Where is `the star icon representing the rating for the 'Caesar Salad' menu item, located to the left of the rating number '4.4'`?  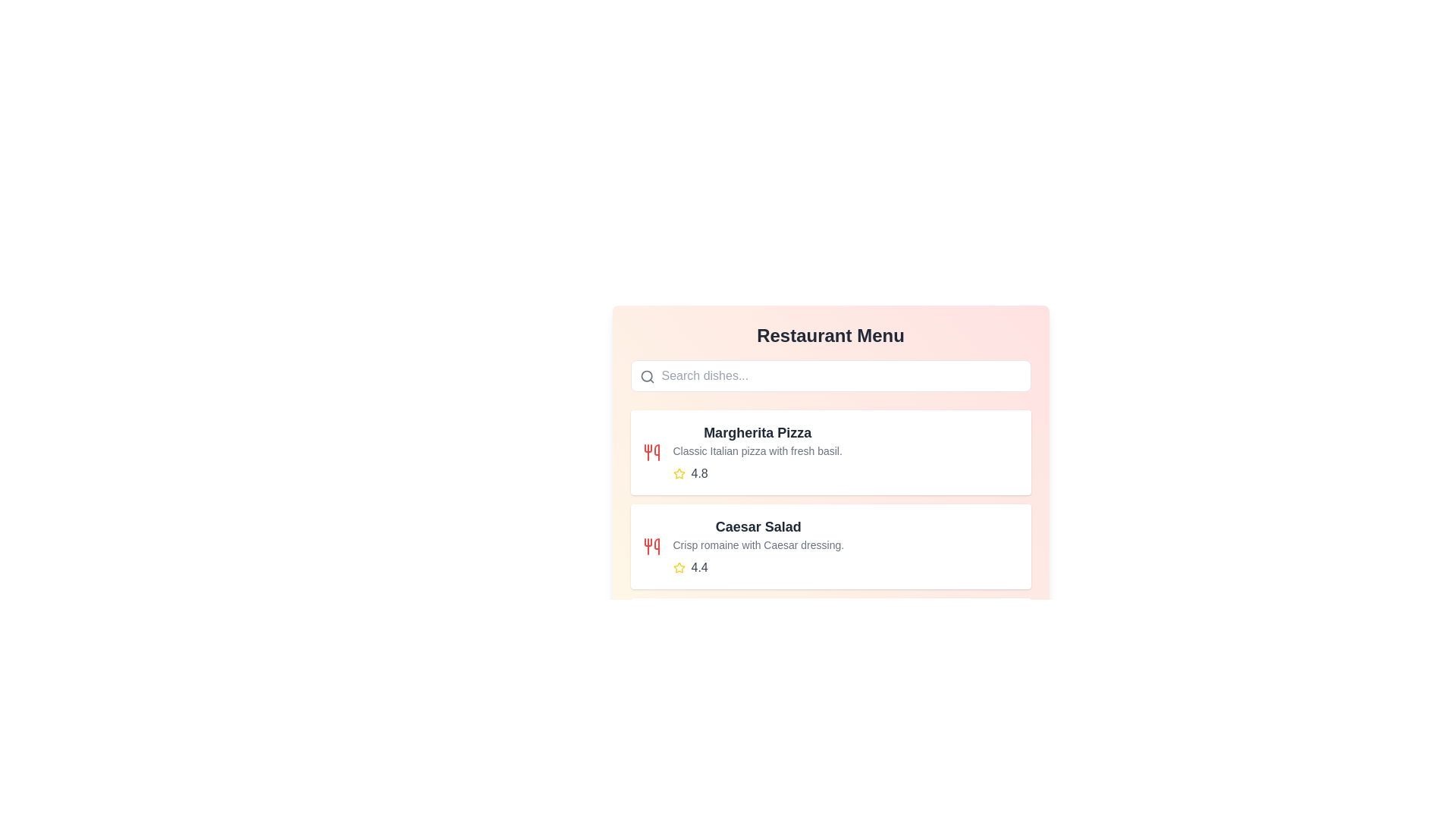
the star icon representing the rating for the 'Caesar Salad' menu item, located to the left of the rating number '4.4' is located at coordinates (678, 567).